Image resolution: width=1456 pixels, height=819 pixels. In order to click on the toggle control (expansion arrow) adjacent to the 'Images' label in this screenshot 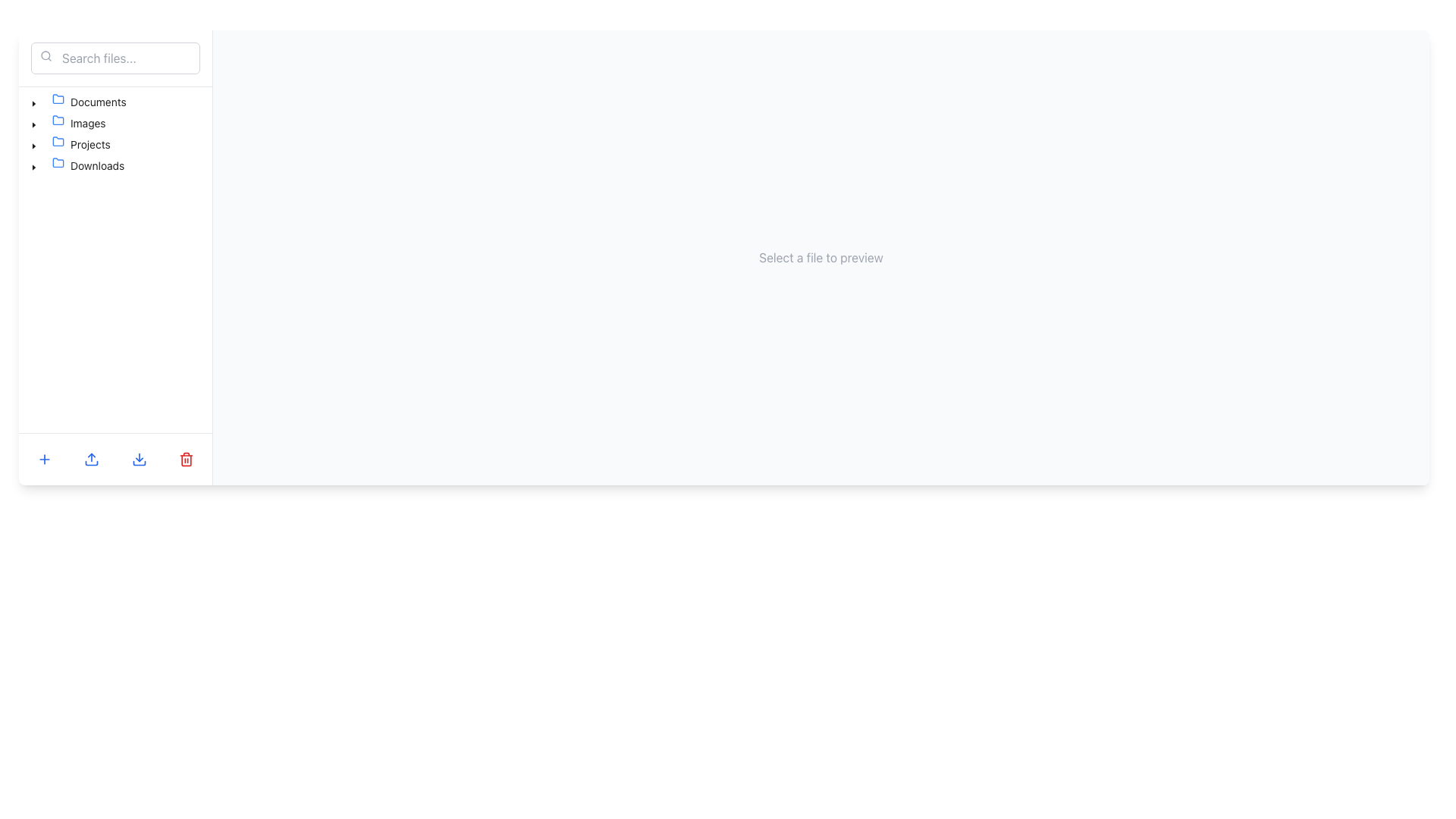, I will do `click(33, 122)`.